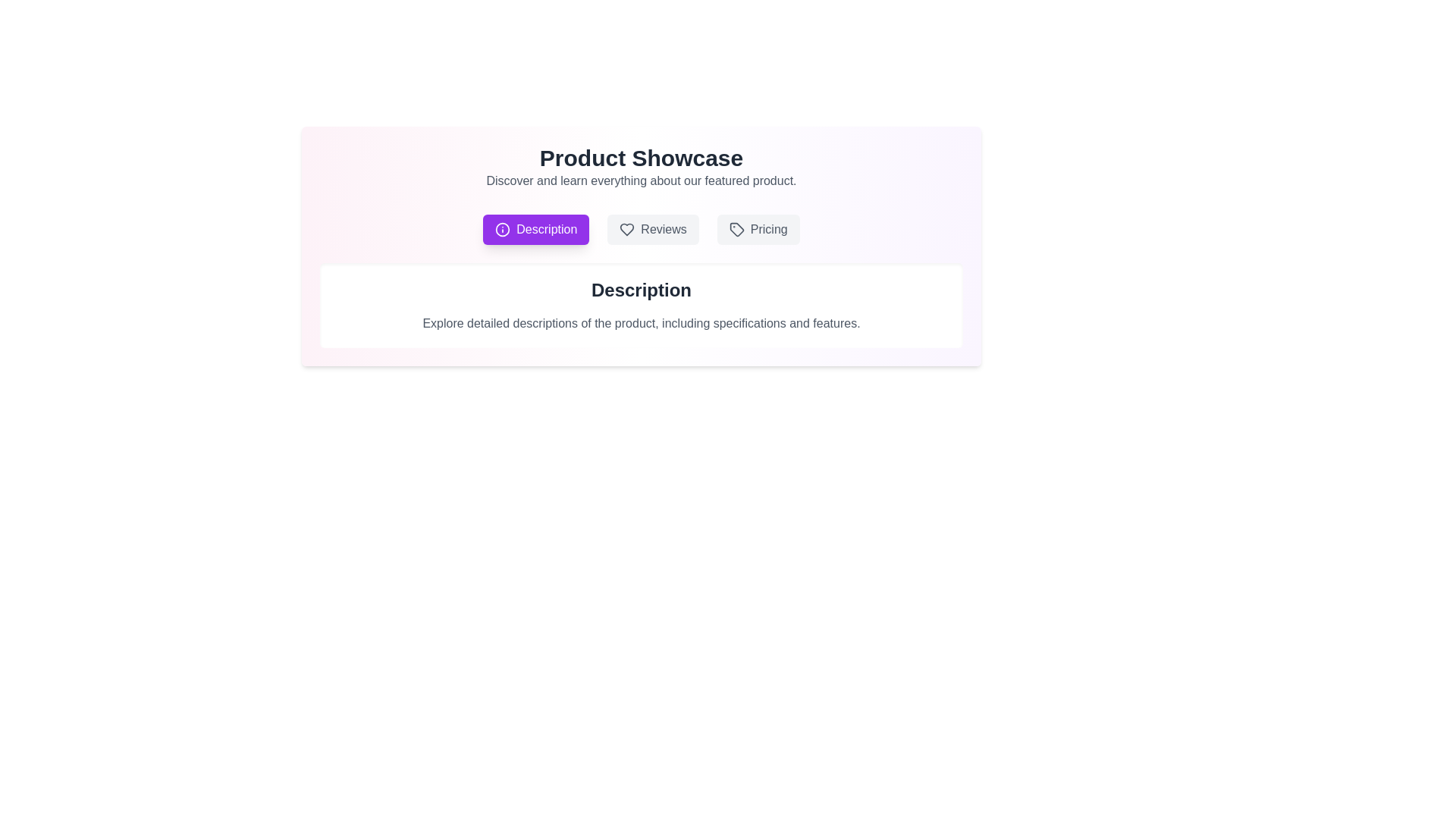 The height and width of the screenshot is (819, 1456). What do you see at coordinates (653, 230) in the screenshot?
I see `the tab labeled Reviews to observe the hover effect` at bounding box center [653, 230].